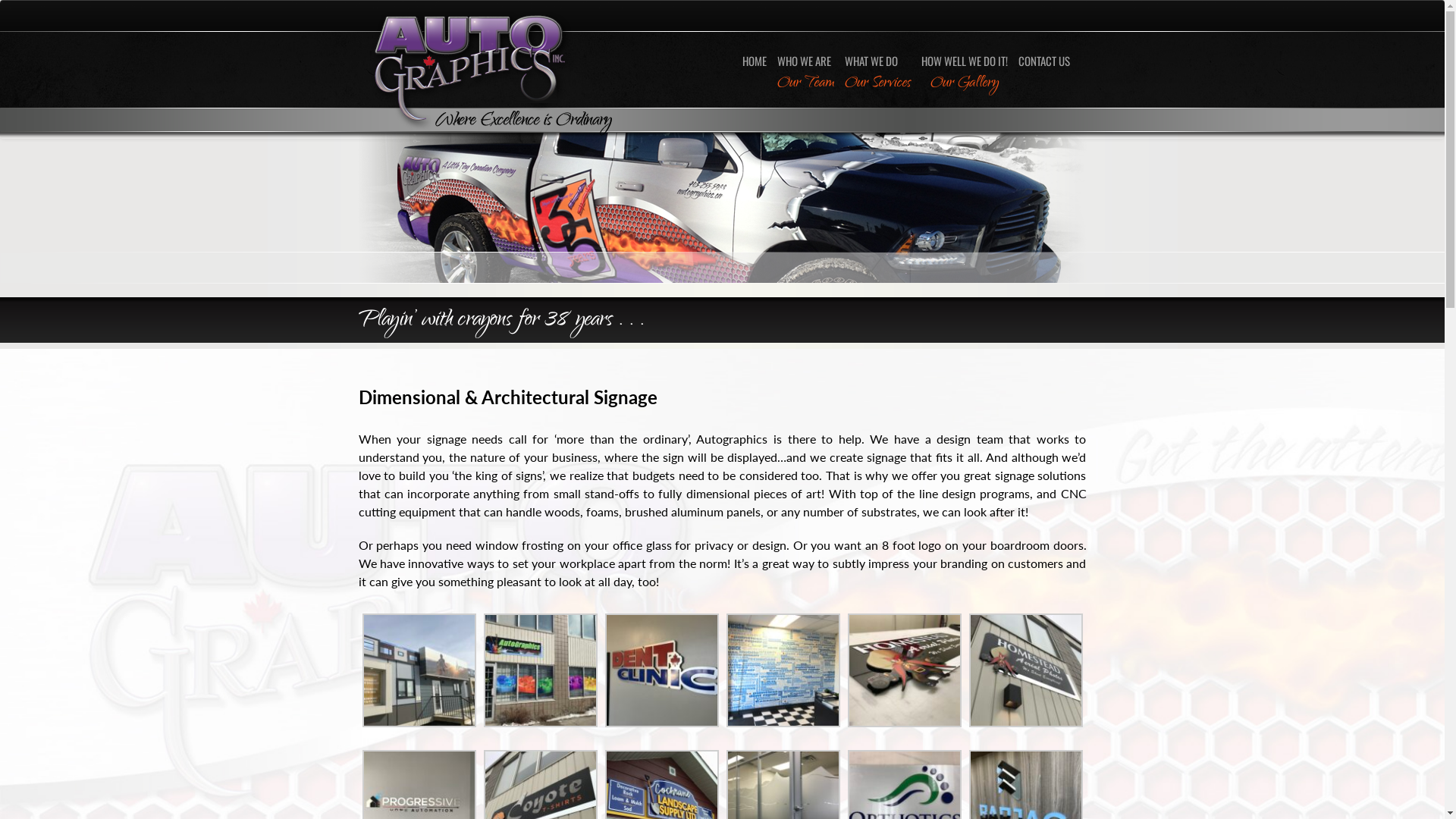 Image resolution: width=1456 pixels, height=819 pixels. I want to click on 'WHO WE ARE, so click(805, 72).